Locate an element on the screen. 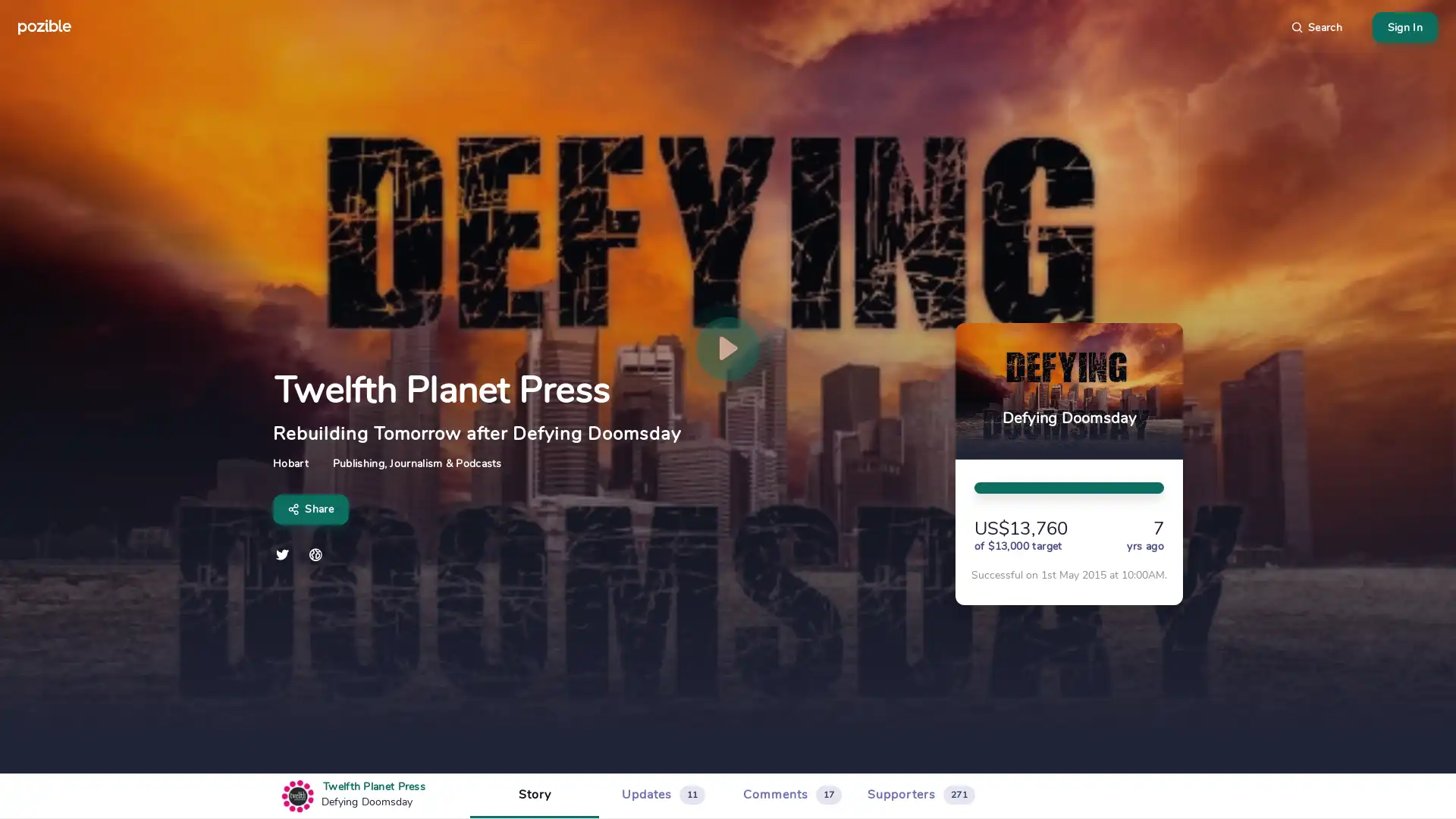 This screenshot has height=819, width=1456. Search is located at coordinates (1315, 27).